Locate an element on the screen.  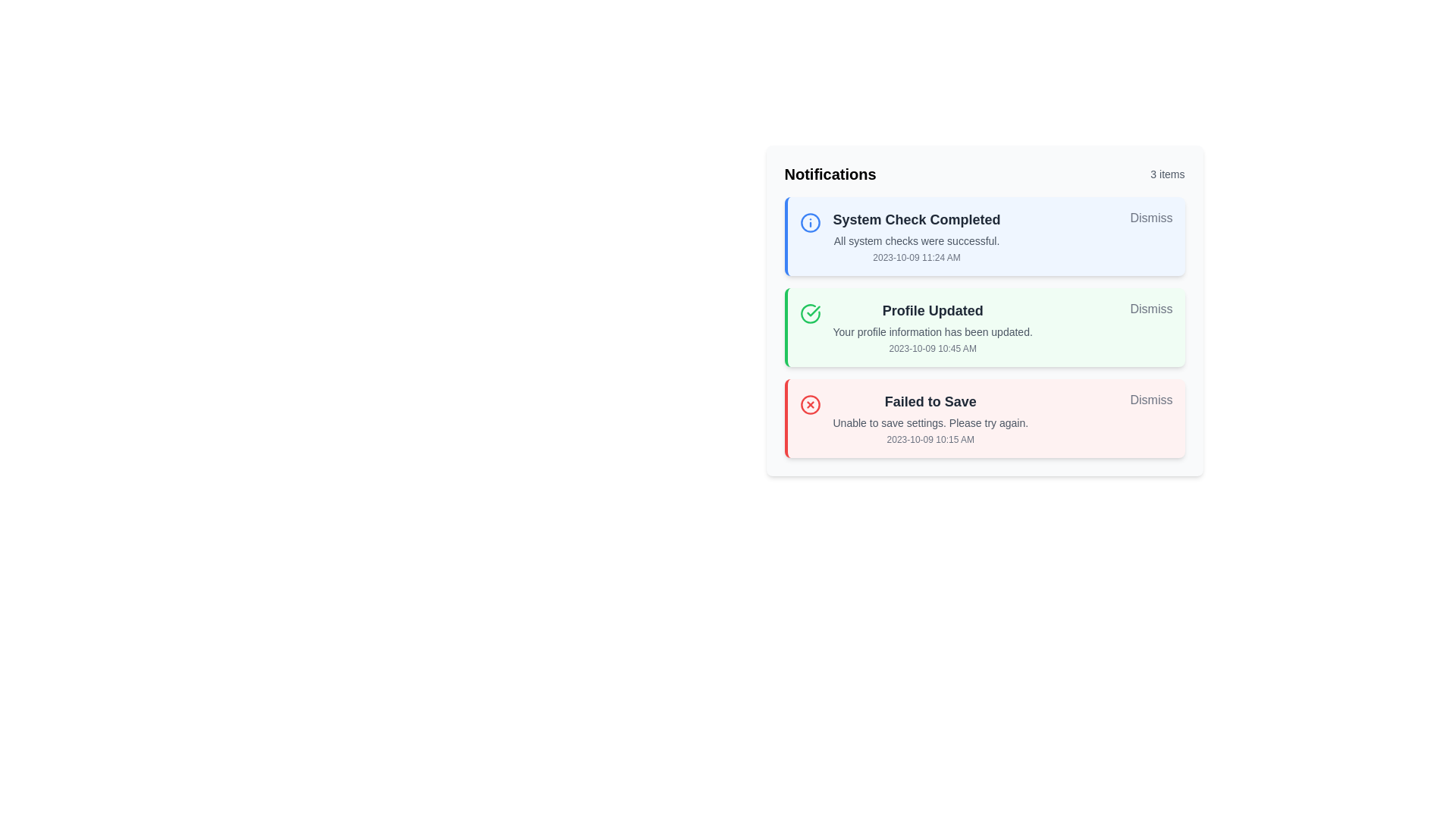
the central circular part of the visual icon component in the top notification box is located at coordinates (809, 222).